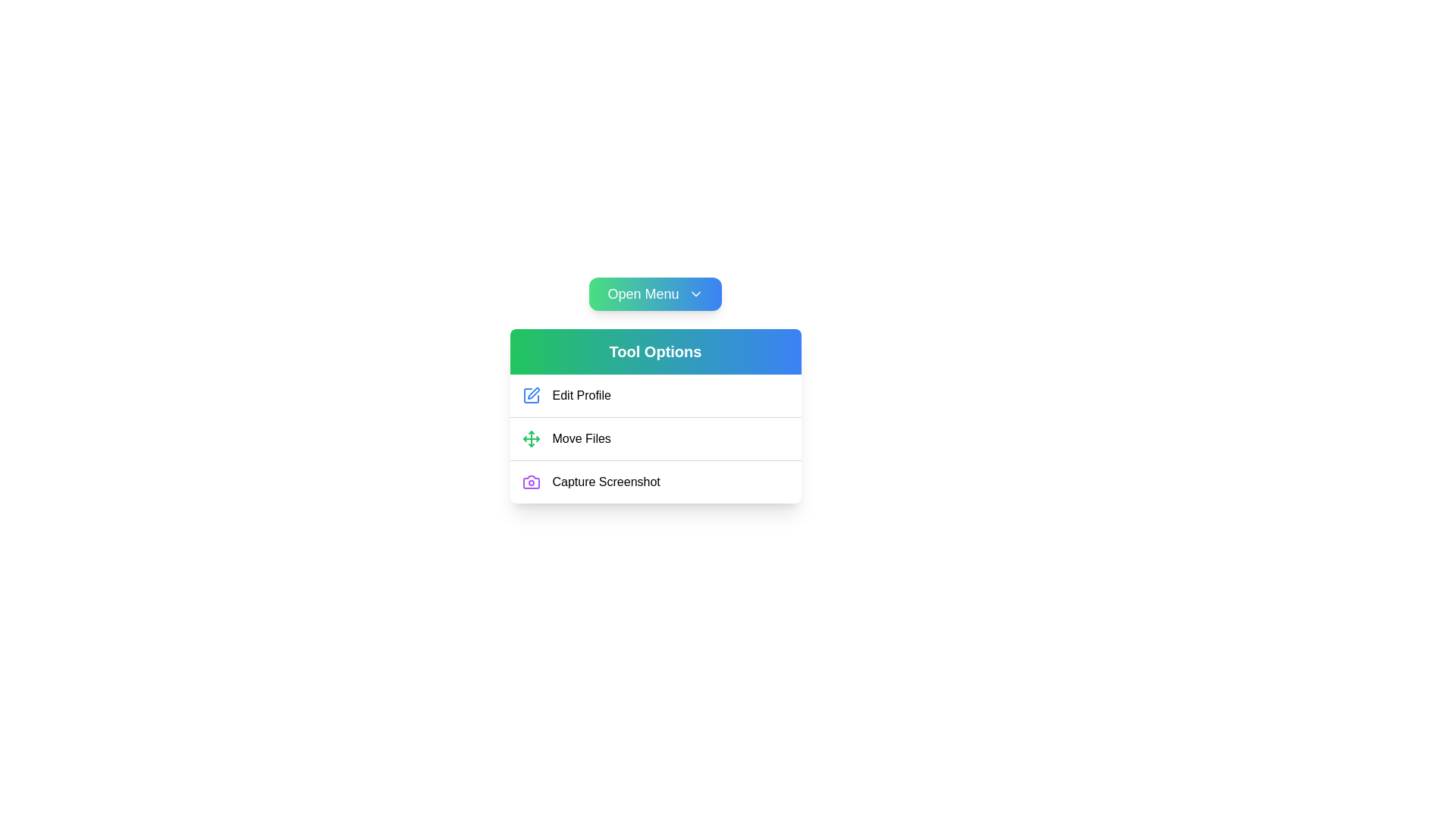 Image resolution: width=1456 pixels, height=819 pixels. What do you see at coordinates (531, 482) in the screenshot?
I see `the graphical icon for capturing a screenshot in the 'Tool Options' menu` at bounding box center [531, 482].